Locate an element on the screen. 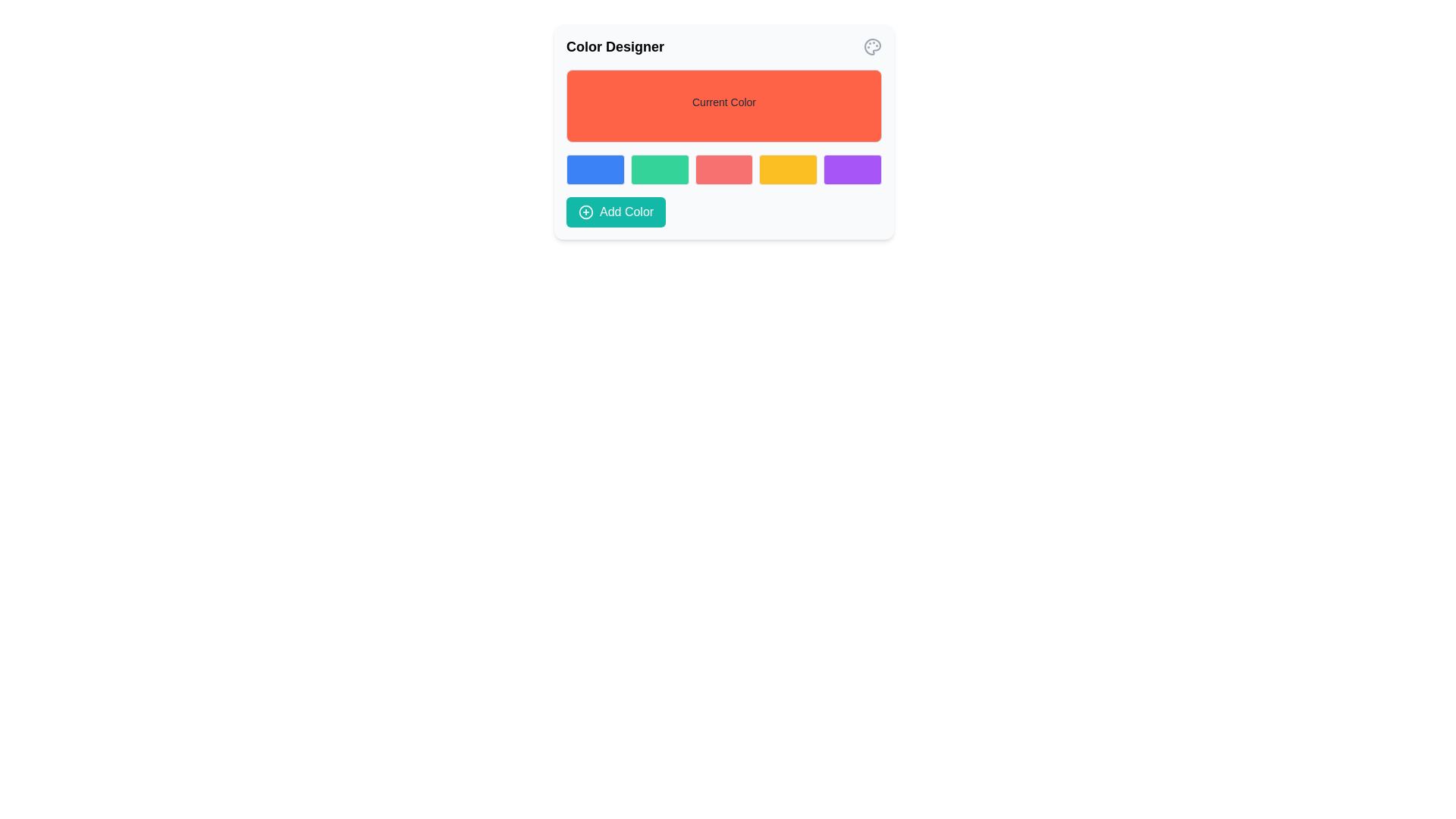  the second rectangular button with a green background in the 'Color Designer' interface is located at coordinates (660, 169).